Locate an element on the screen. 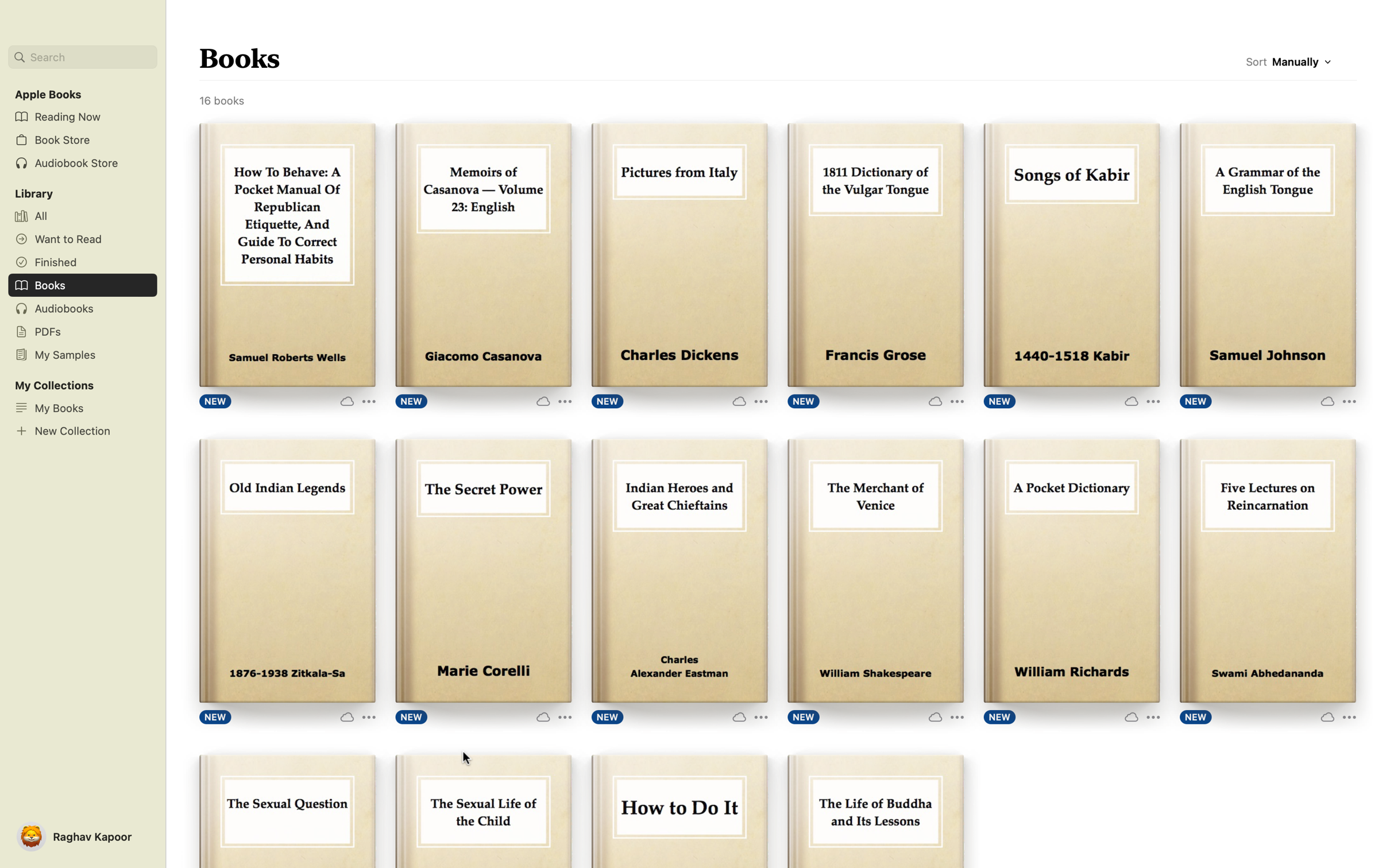 The image size is (1390, 868). Sort the book titles in List View is located at coordinates (1303, 64).